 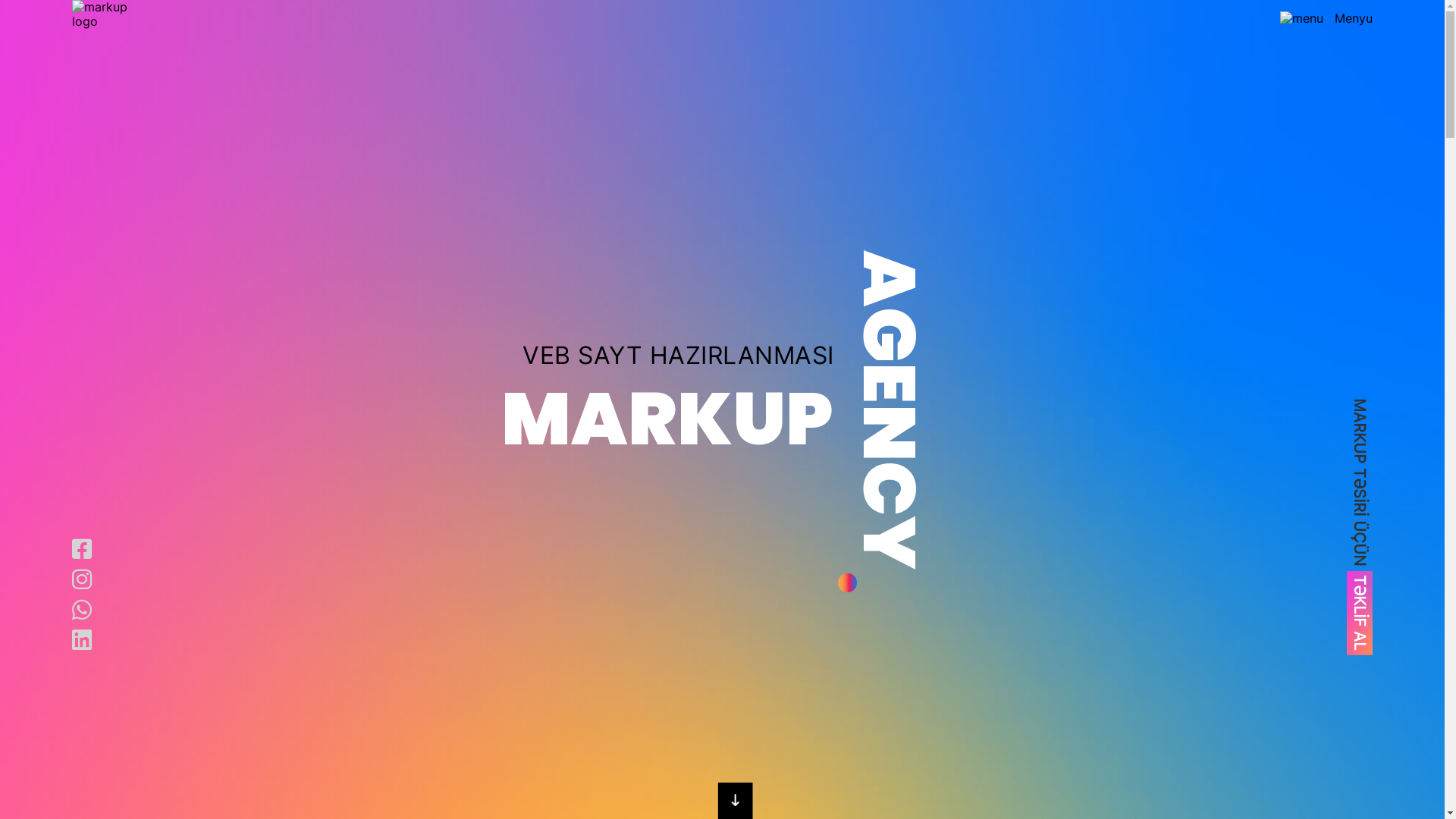 What do you see at coordinates (1325, 18) in the screenshot?
I see `'Menyu'` at bounding box center [1325, 18].